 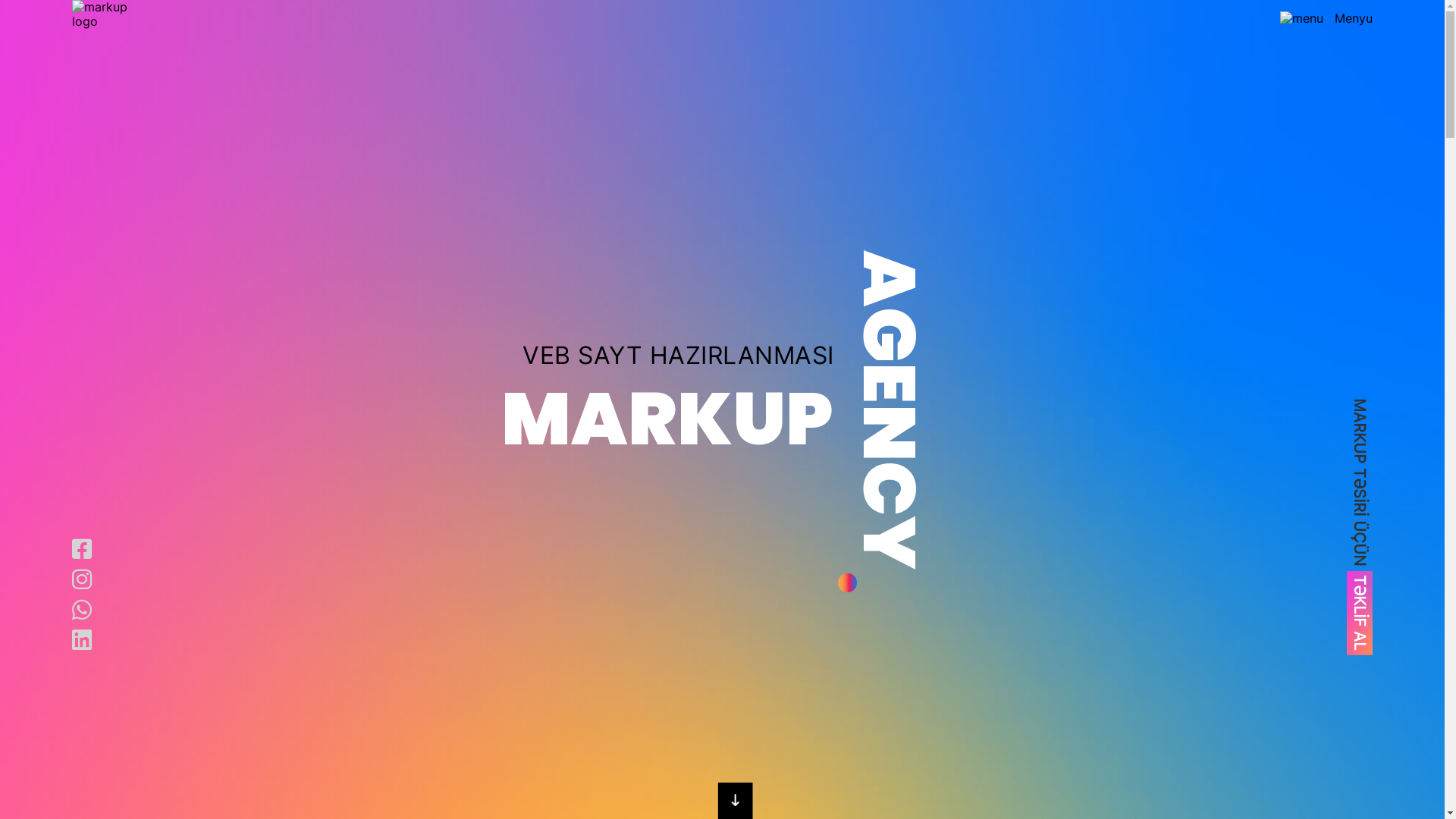 What do you see at coordinates (1325, 18) in the screenshot?
I see `'Menyu'` at bounding box center [1325, 18].